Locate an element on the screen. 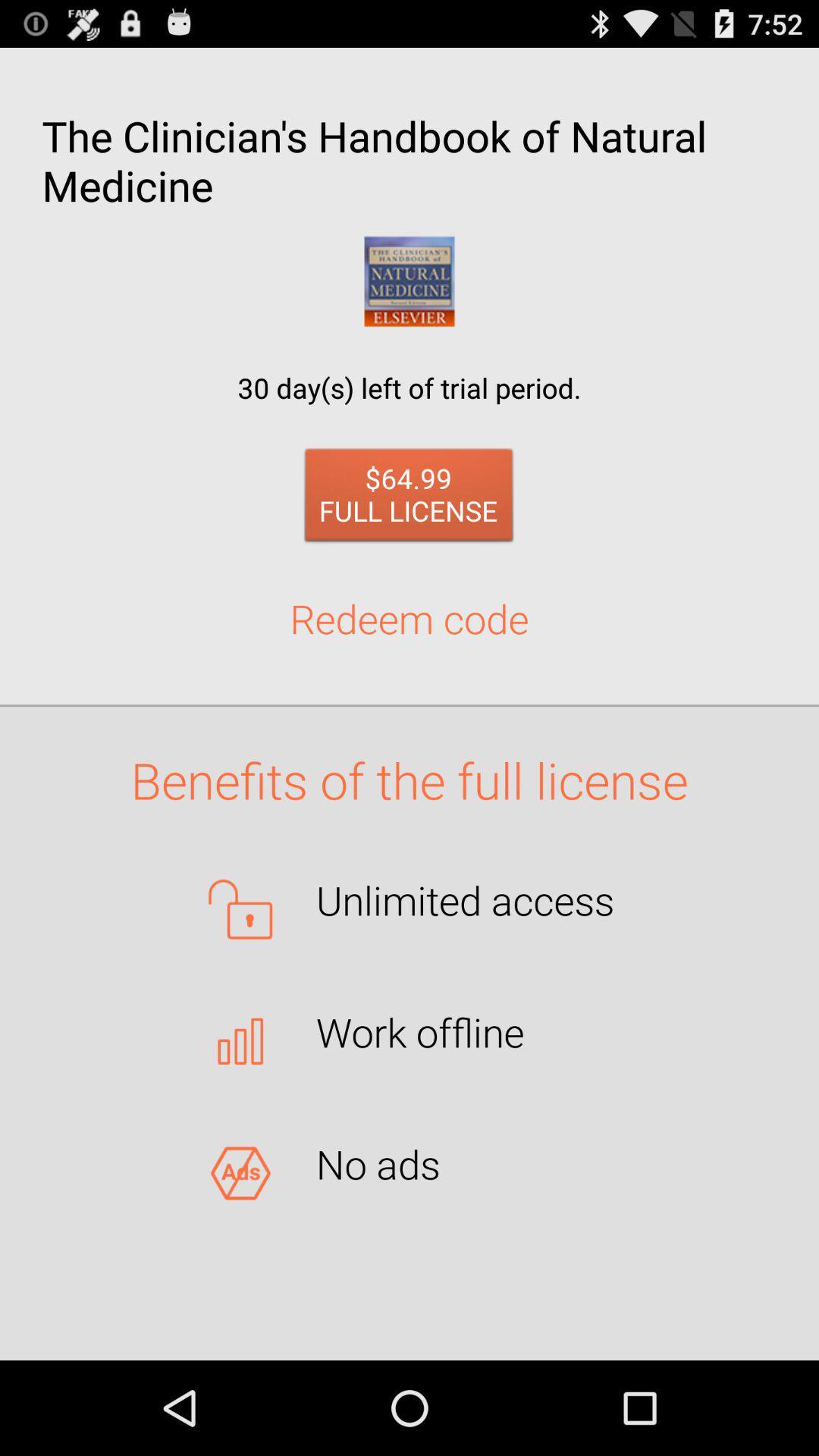 Image resolution: width=819 pixels, height=1456 pixels. icon above the redeem code is located at coordinates (408, 499).